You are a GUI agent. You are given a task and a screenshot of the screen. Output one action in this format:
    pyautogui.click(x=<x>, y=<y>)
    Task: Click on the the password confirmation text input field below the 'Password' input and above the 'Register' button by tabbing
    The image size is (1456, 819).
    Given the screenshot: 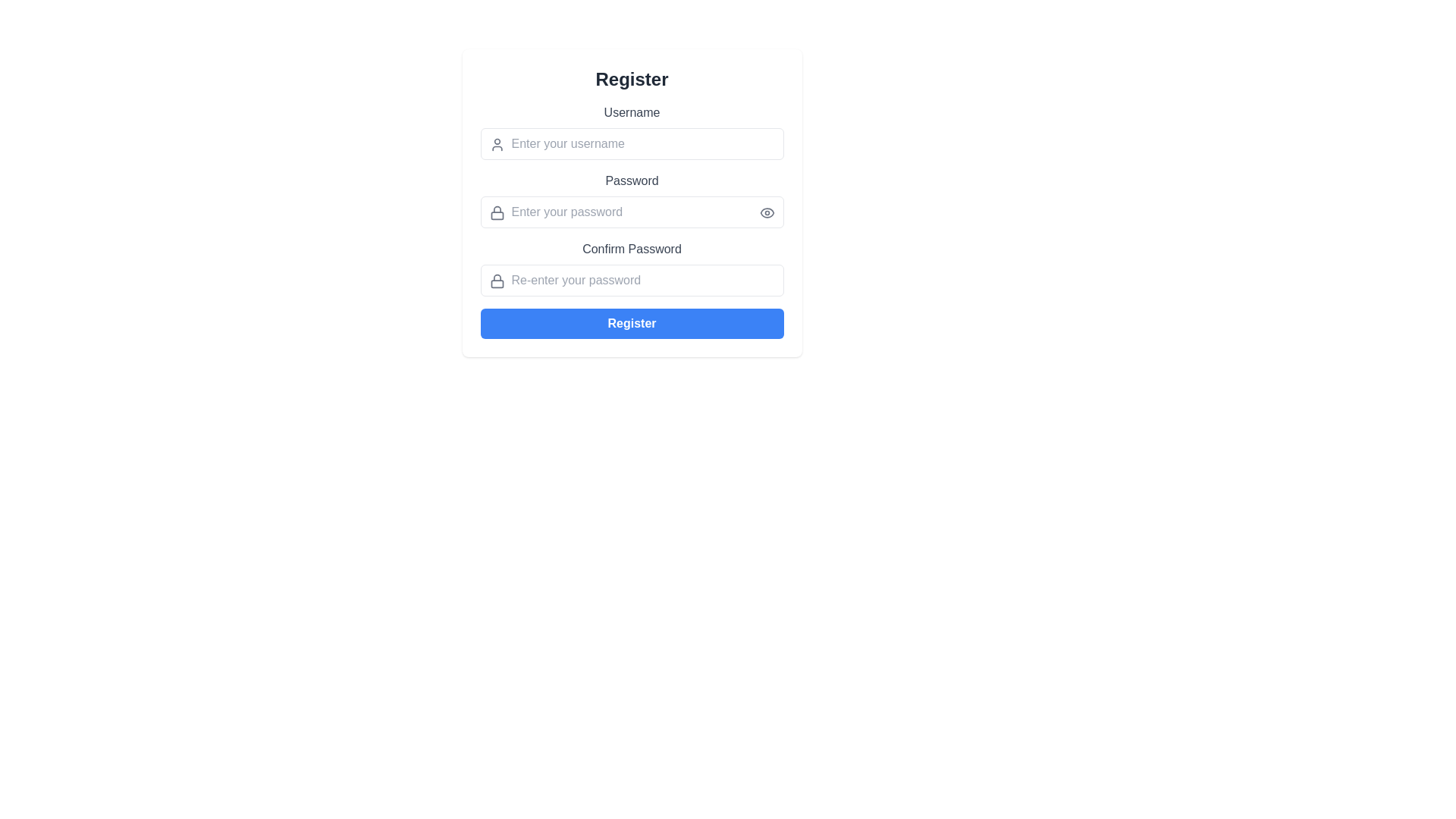 What is the action you would take?
    pyautogui.click(x=632, y=268)
    